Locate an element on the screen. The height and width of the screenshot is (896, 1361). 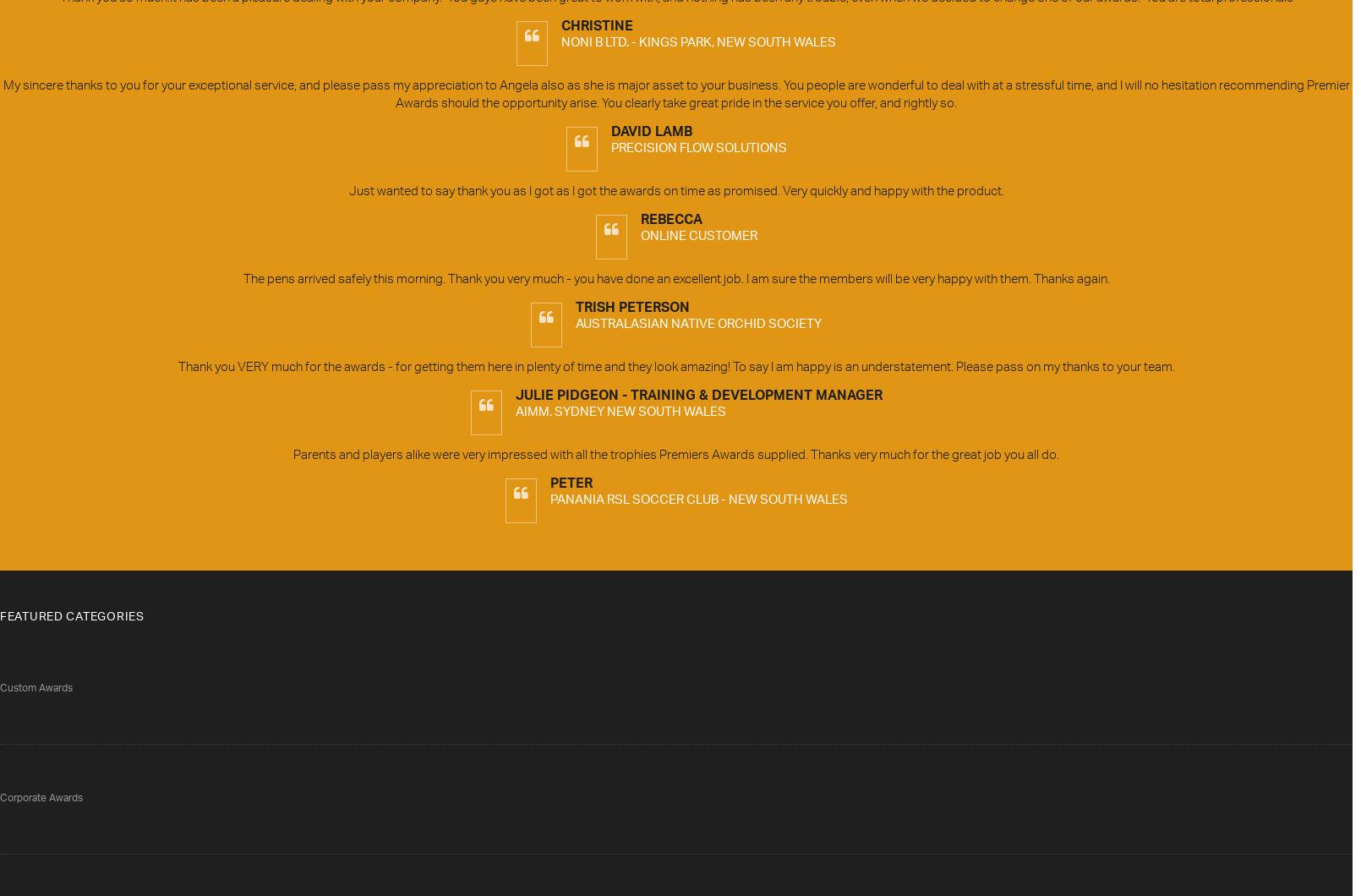
'Parents and players alike were very impressed with all the trophies Premiers Awards supplied. Thanks very much for the great job you all do.' is located at coordinates (292, 456).